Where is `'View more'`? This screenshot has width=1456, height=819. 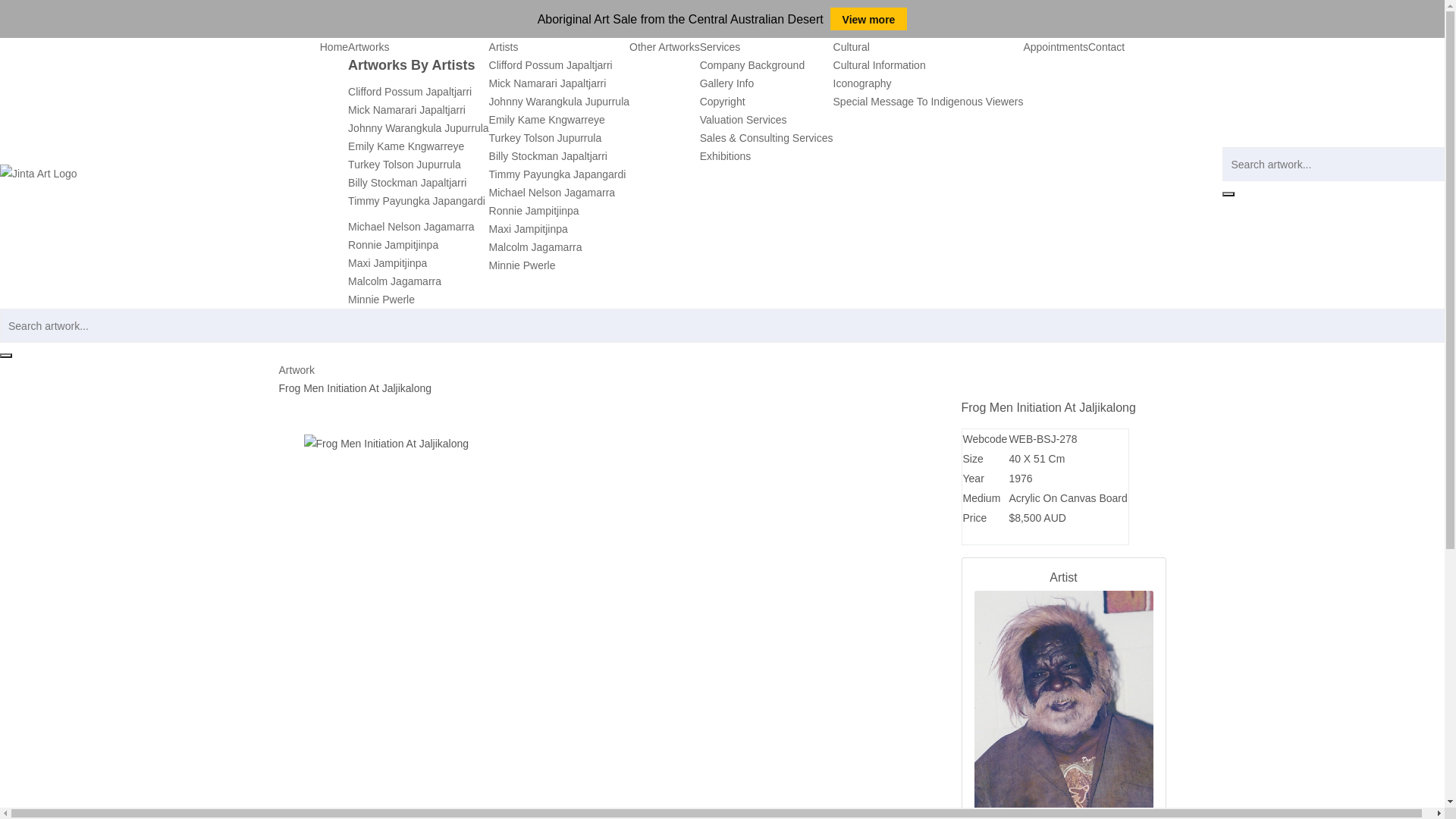 'View more' is located at coordinates (869, 18).